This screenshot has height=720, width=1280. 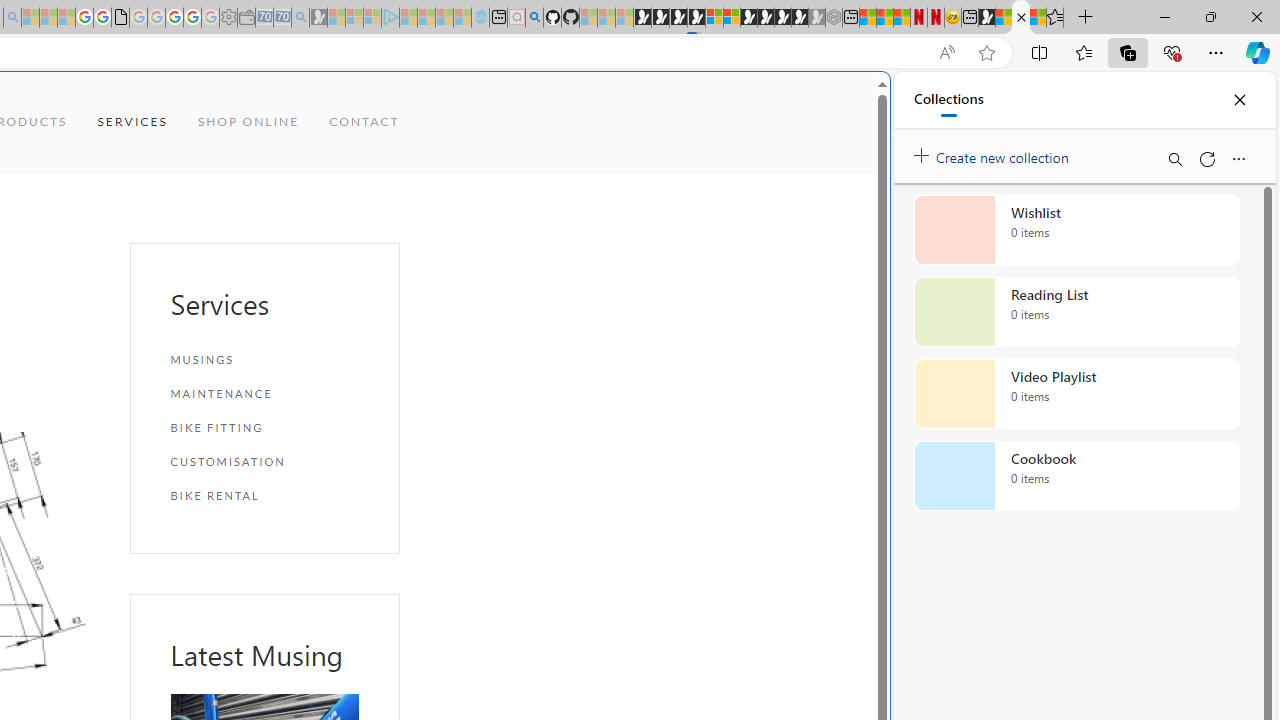 What do you see at coordinates (364, 122) in the screenshot?
I see `'CONTACT'` at bounding box center [364, 122].